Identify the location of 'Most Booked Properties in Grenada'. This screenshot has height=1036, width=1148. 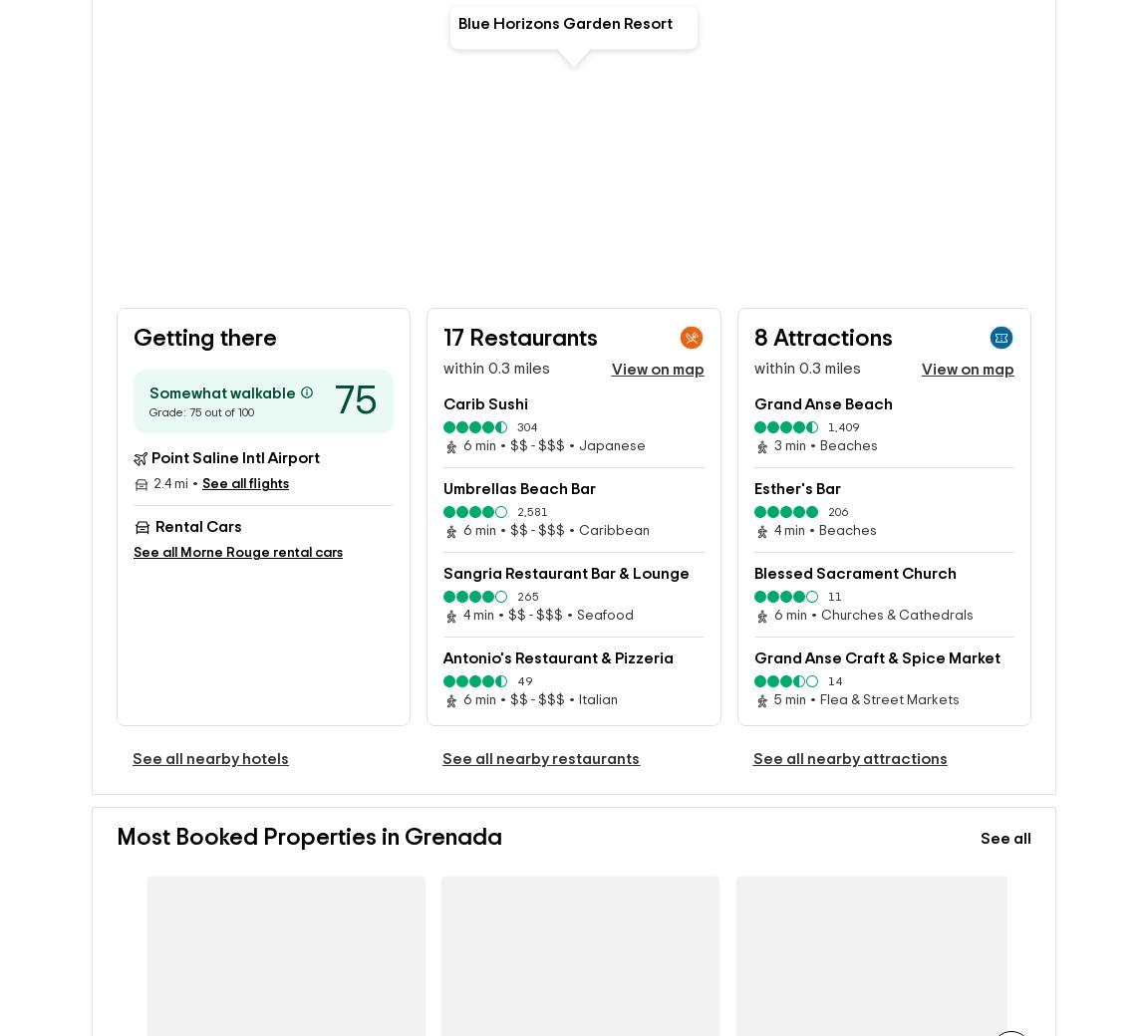
(308, 841).